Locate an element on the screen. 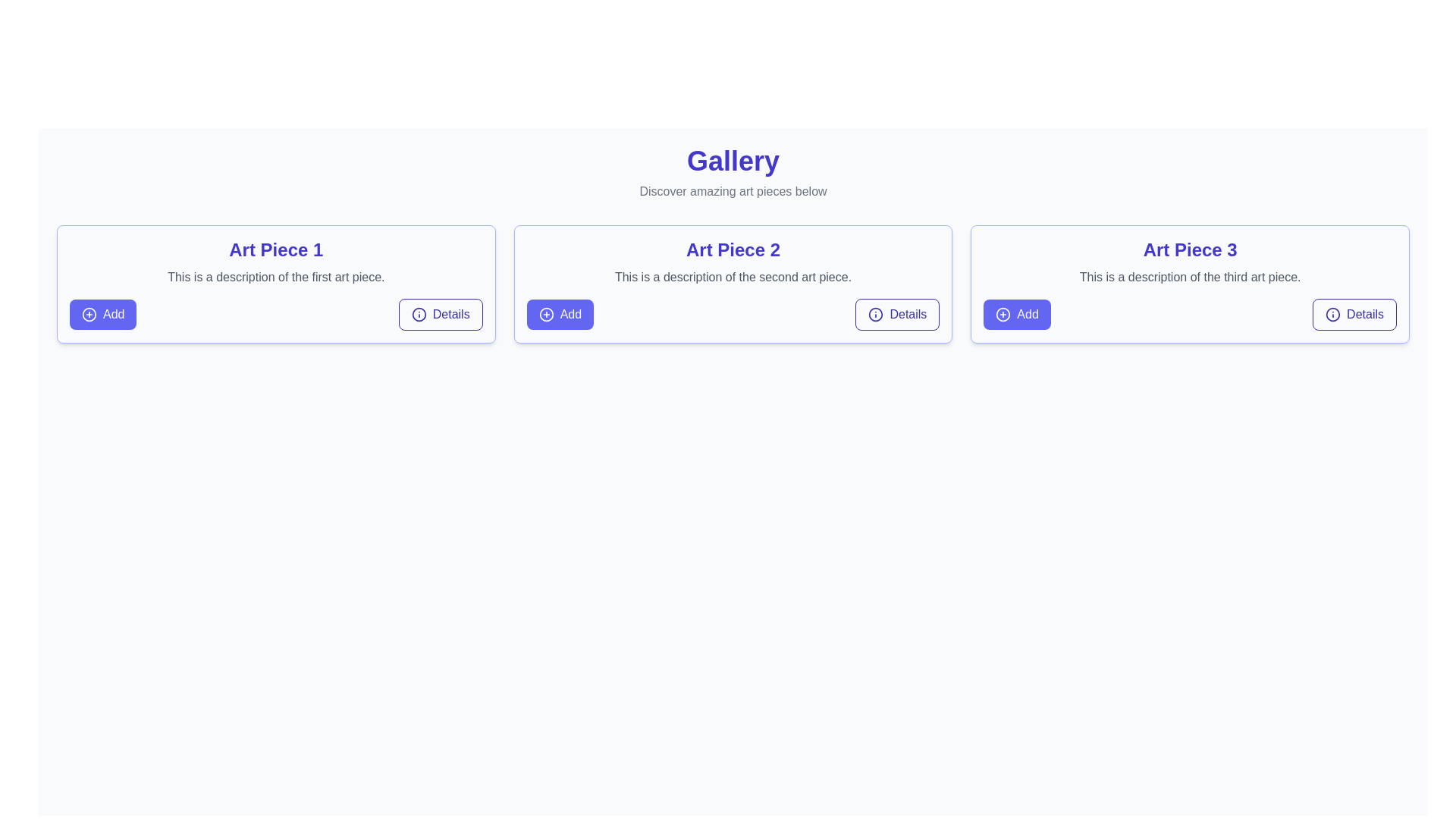 This screenshot has width=1456, height=819. the informational button located at the bottom-right corner of the card for 'Art Piece 2' is located at coordinates (897, 314).